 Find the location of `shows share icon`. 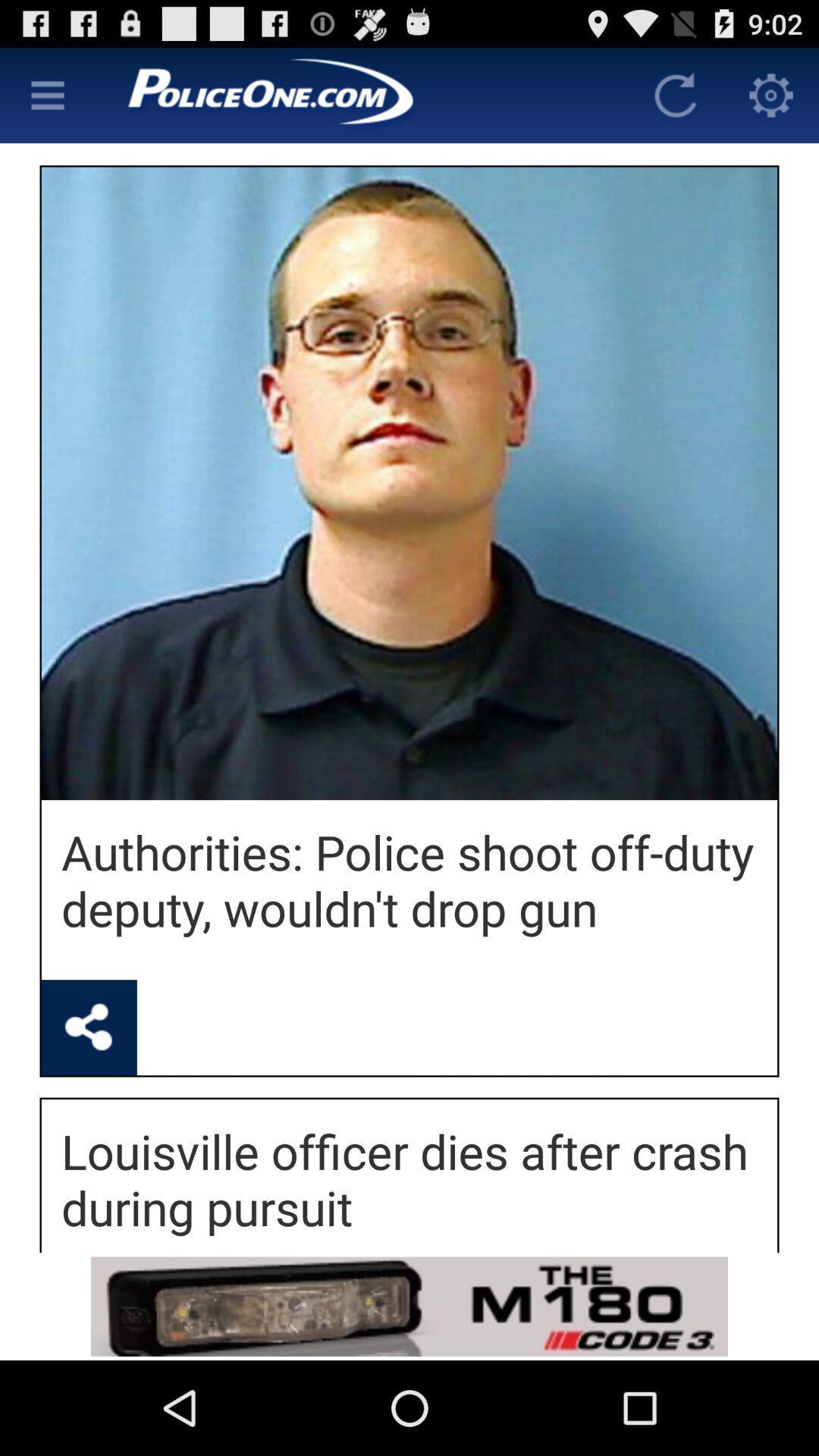

shows share icon is located at coordinates (89, 1028).